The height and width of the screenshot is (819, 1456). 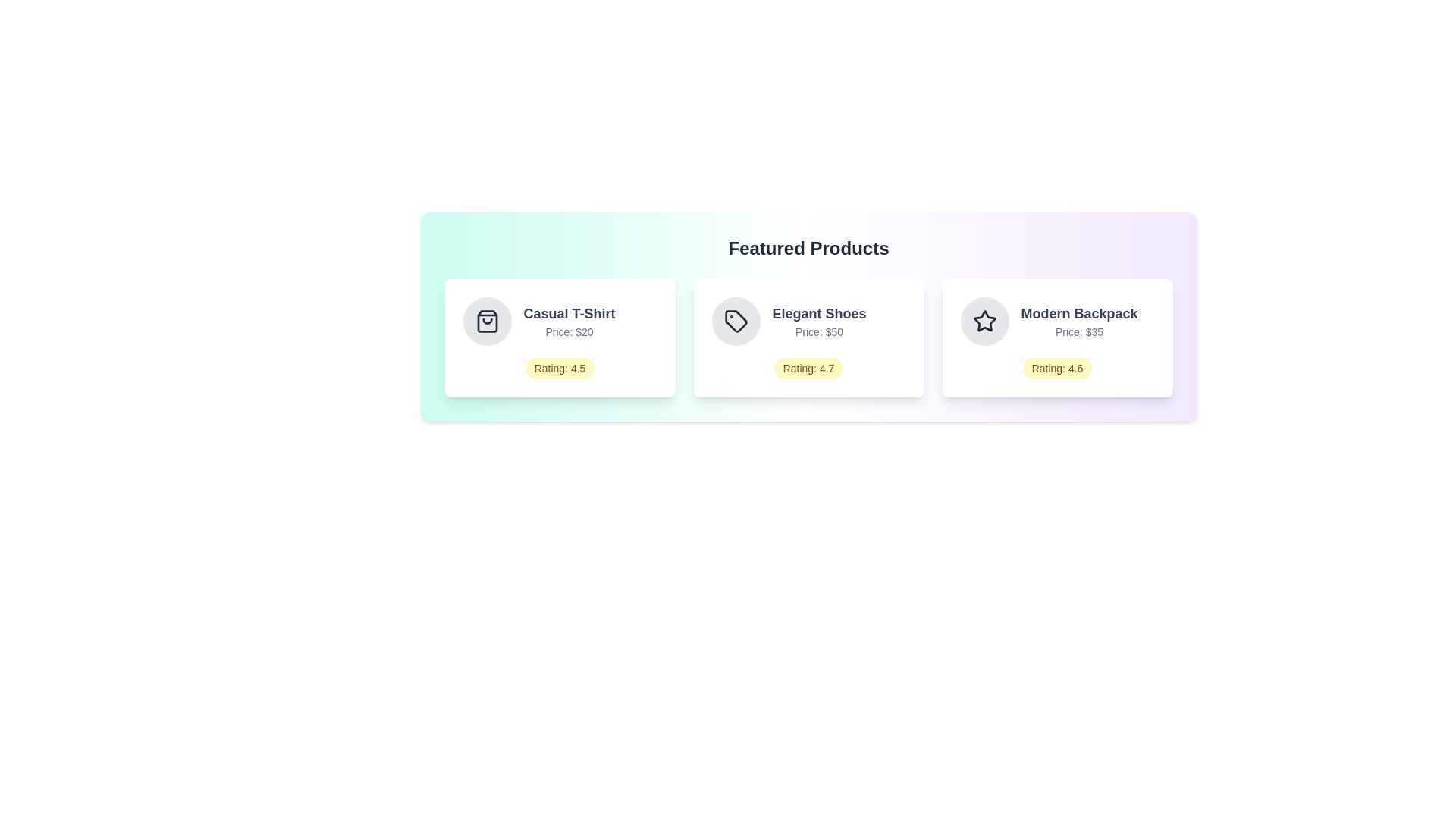 I want to click on the icon of the product named Casual T-Shirt, so click(x=487, y=321).